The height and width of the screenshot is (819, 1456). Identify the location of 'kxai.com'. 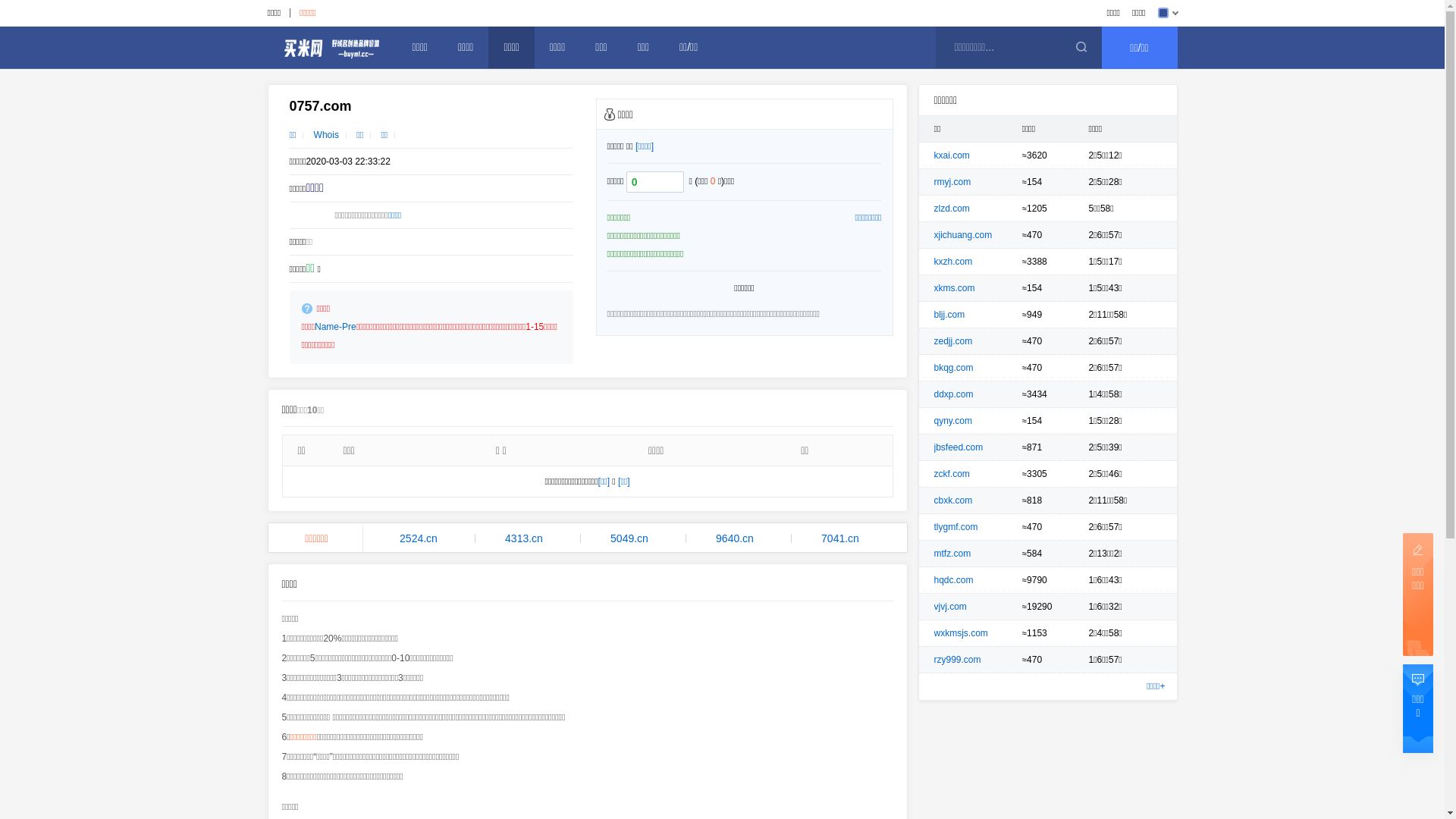
(951, 155).